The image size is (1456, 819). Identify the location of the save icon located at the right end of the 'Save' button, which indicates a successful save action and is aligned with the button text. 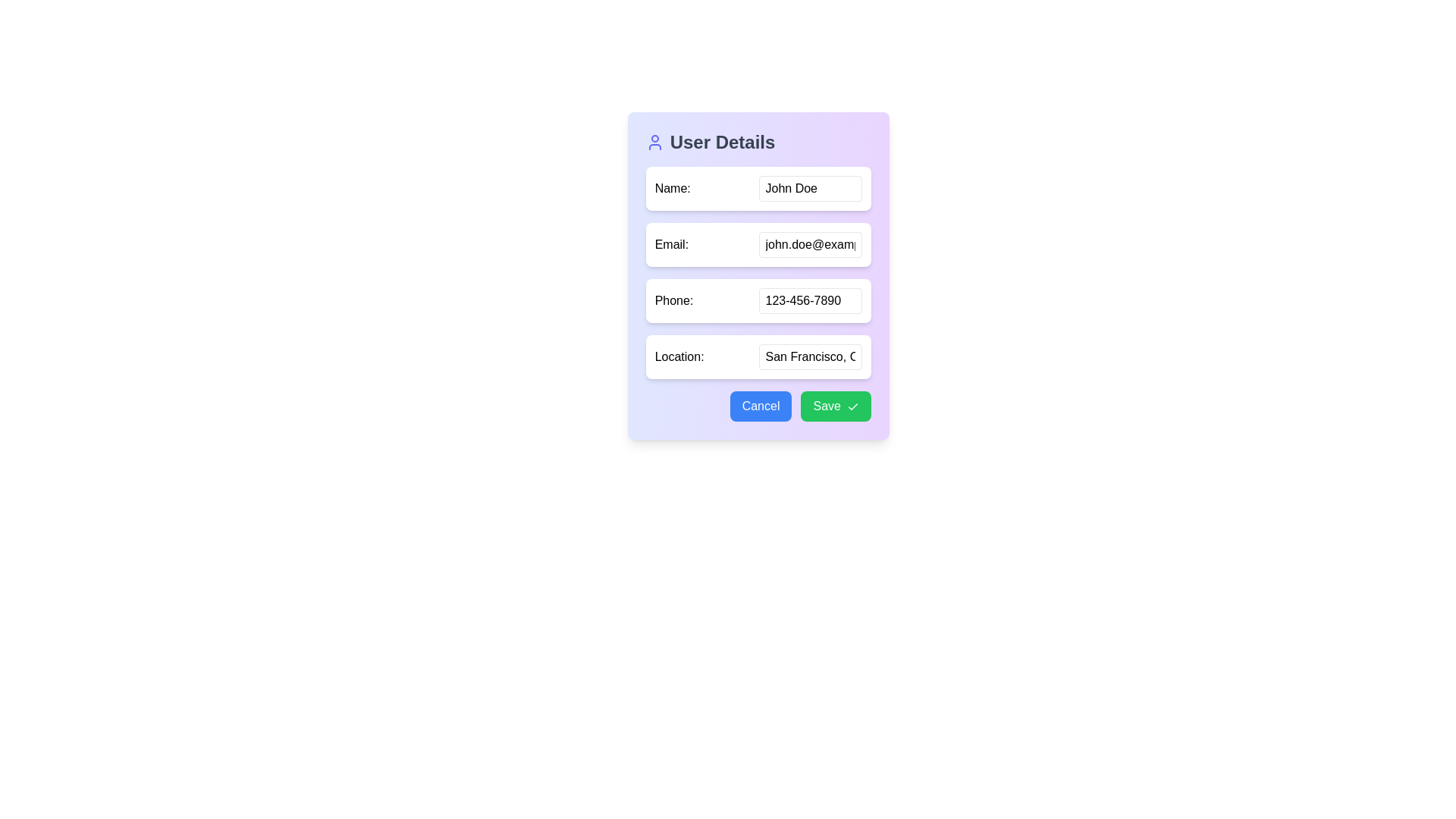
(853, 406).